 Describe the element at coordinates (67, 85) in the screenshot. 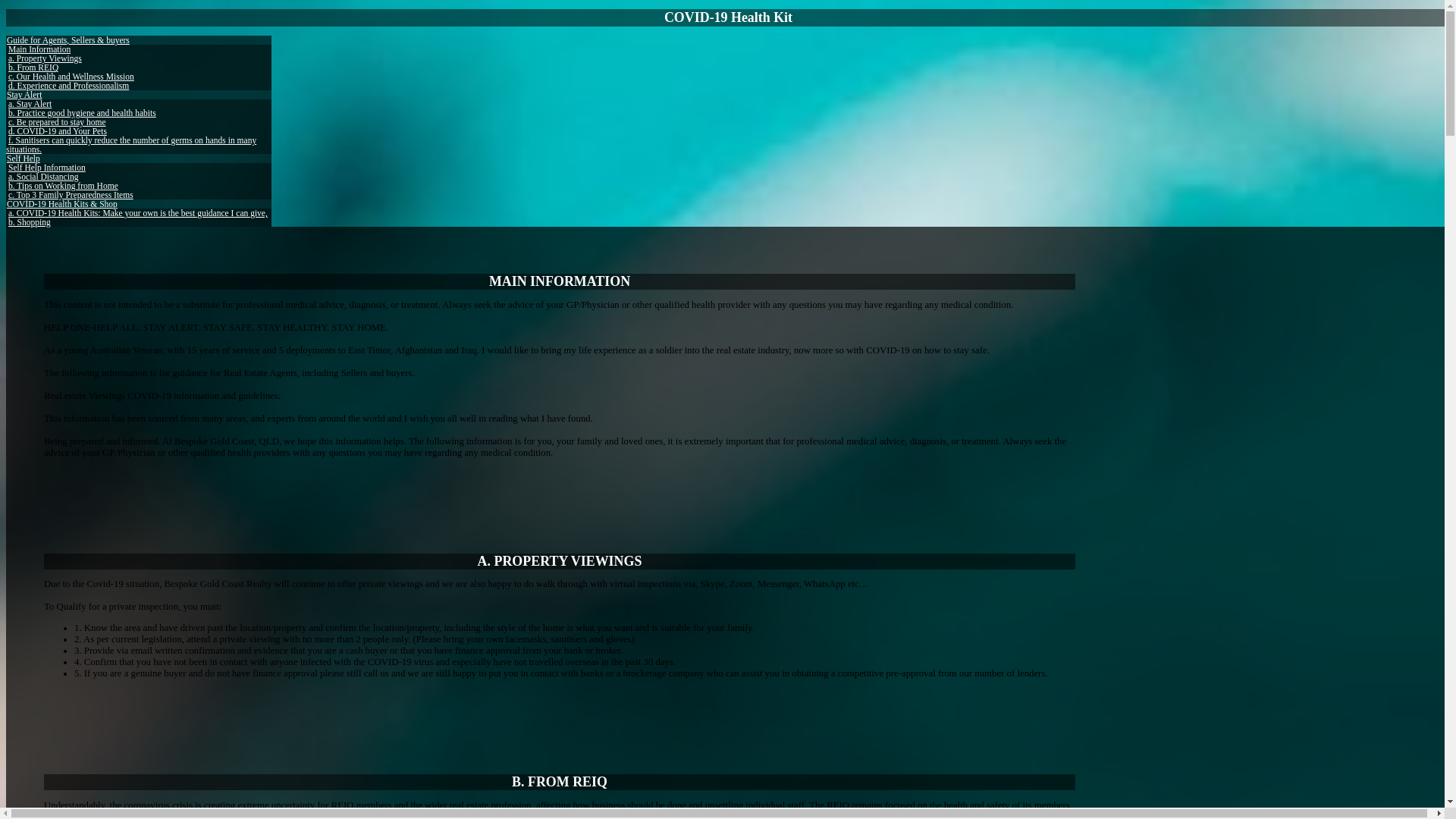

I see `'d. Experience and Professionalism'` at that location.